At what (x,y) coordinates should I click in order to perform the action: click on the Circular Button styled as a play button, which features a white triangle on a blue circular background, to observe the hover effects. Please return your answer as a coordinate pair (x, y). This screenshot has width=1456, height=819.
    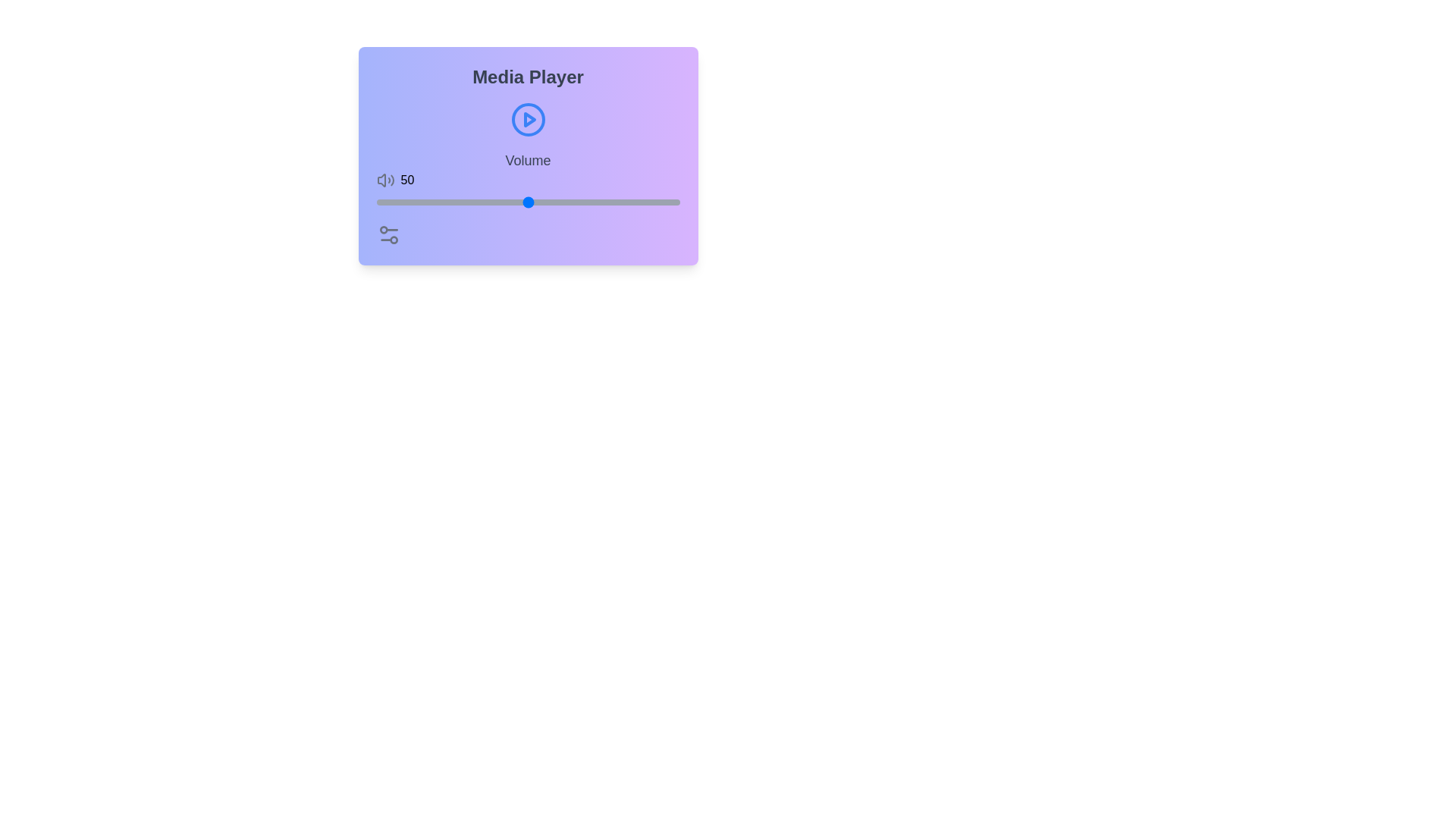
    Looking at the image, I should click on (528, 119).